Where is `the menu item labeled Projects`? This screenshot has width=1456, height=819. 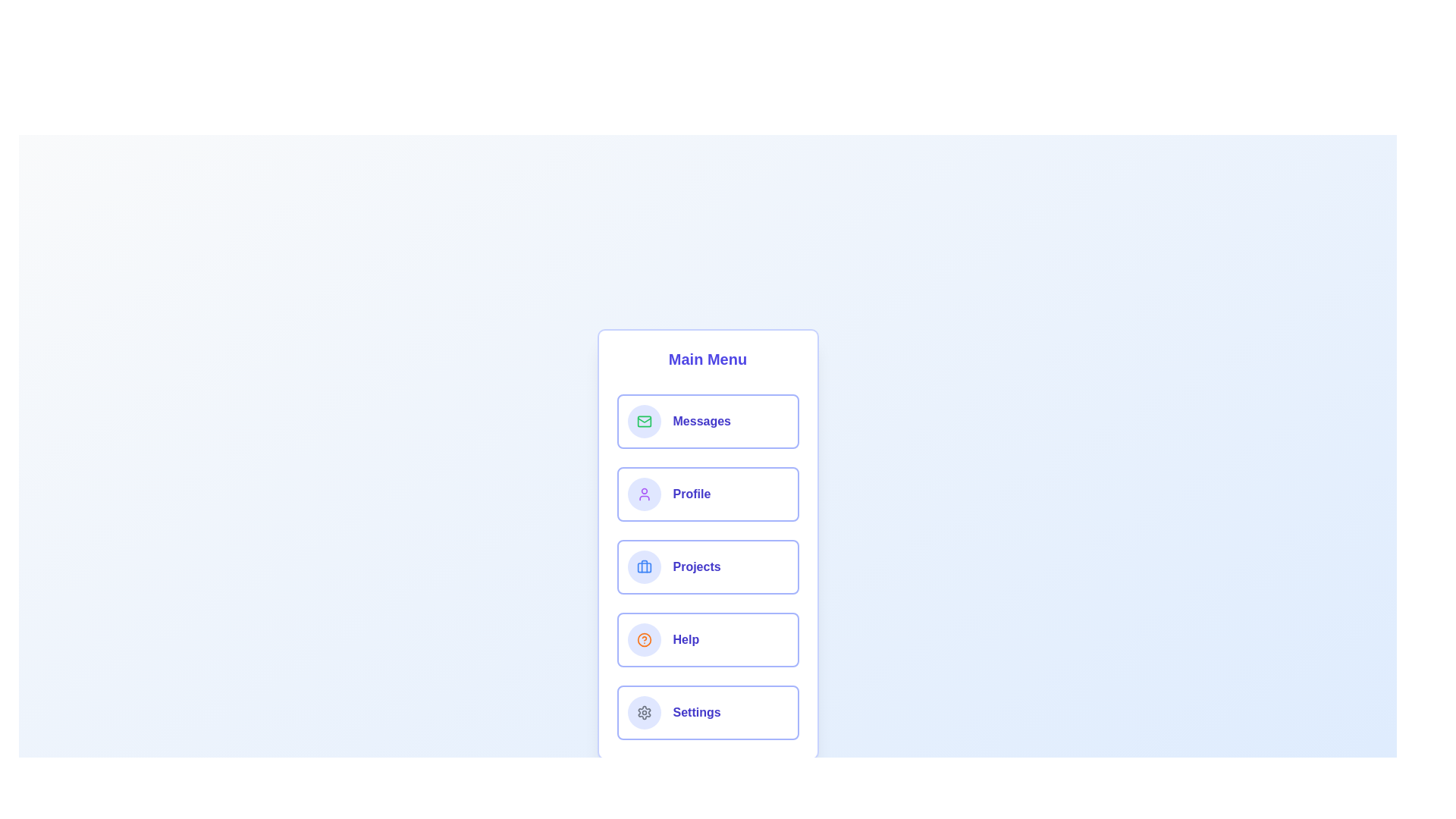
the menu item labeled Projects is located at coordinates (707, 567).